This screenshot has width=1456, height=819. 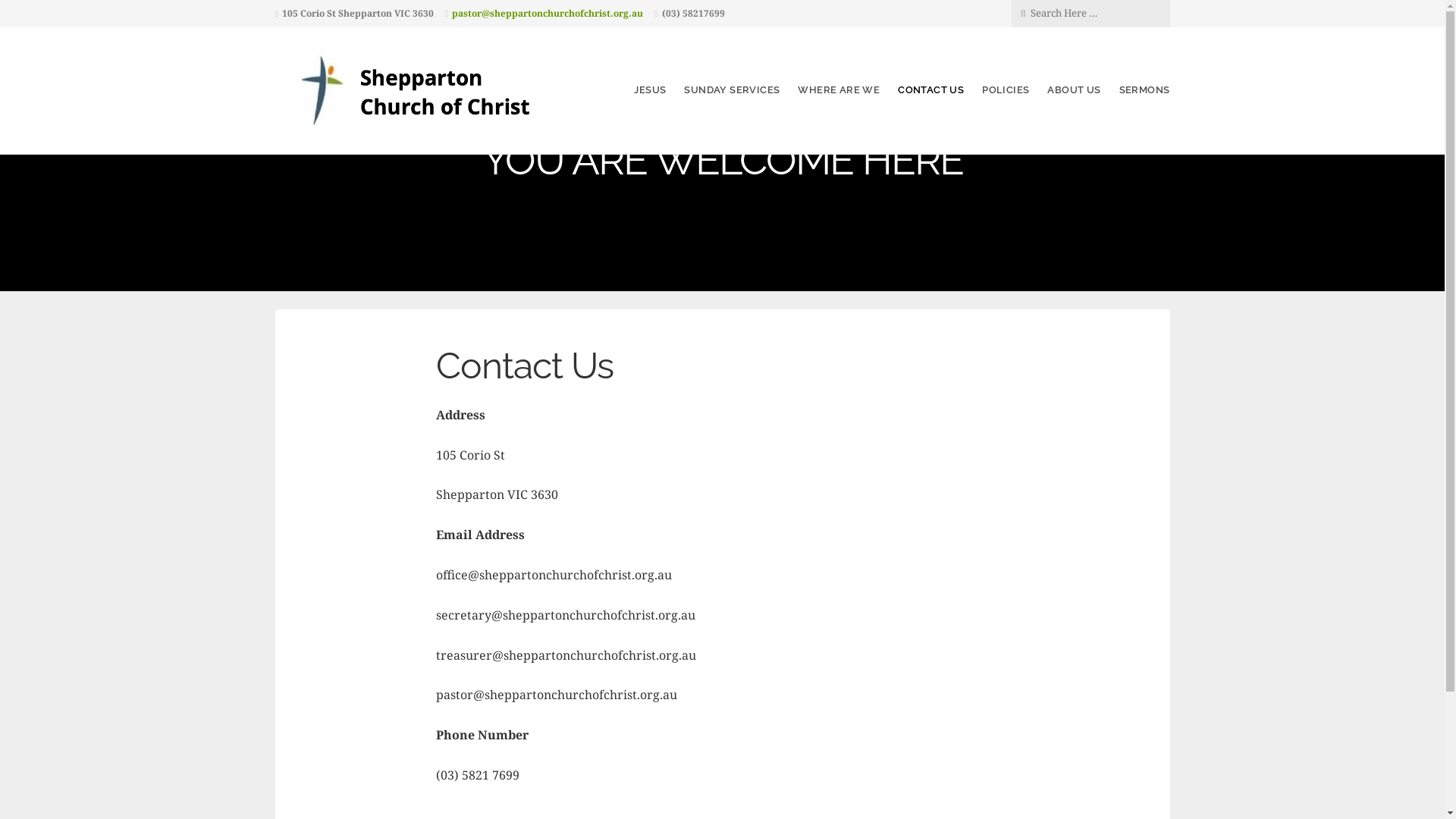 I want to click on 'pastor@sheppartonchurchofchrist.org.au', so click(x=546, y=13).